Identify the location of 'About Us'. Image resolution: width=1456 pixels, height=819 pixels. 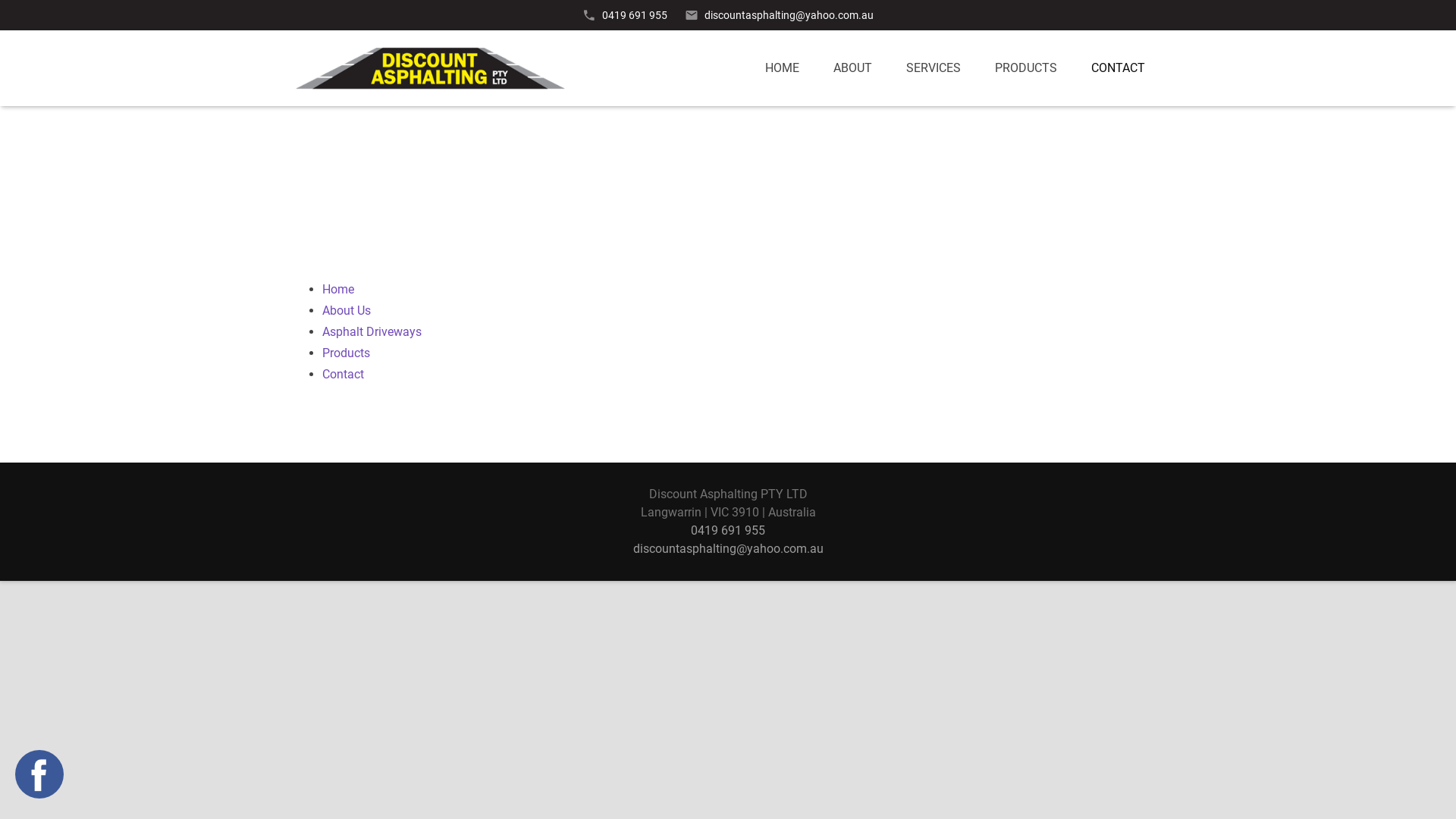
(345, 309).